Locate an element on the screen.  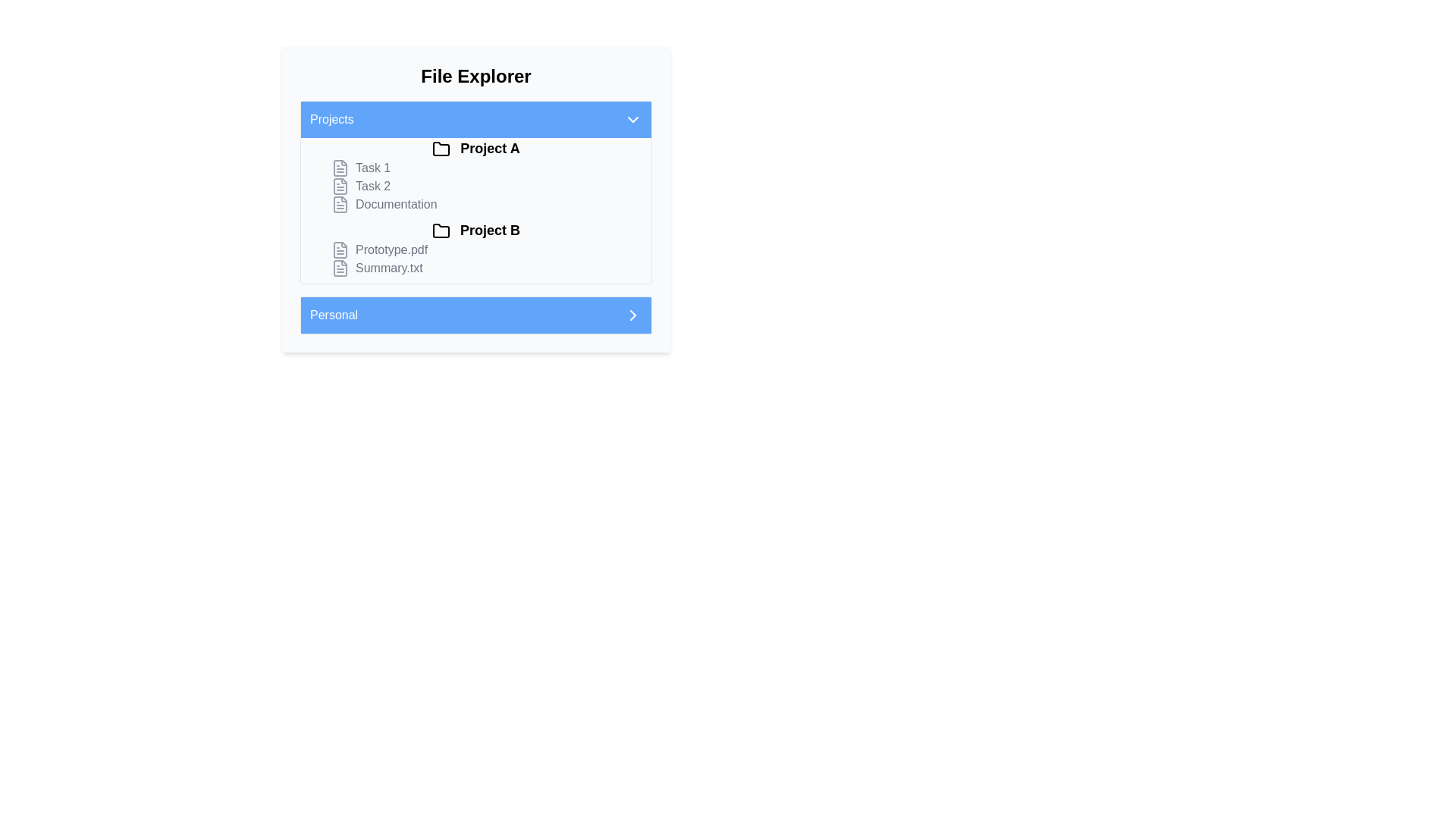
the file icon representing 'Summary.txt' located in the Projects section of the file explorer is located at coordinates (340, 268).